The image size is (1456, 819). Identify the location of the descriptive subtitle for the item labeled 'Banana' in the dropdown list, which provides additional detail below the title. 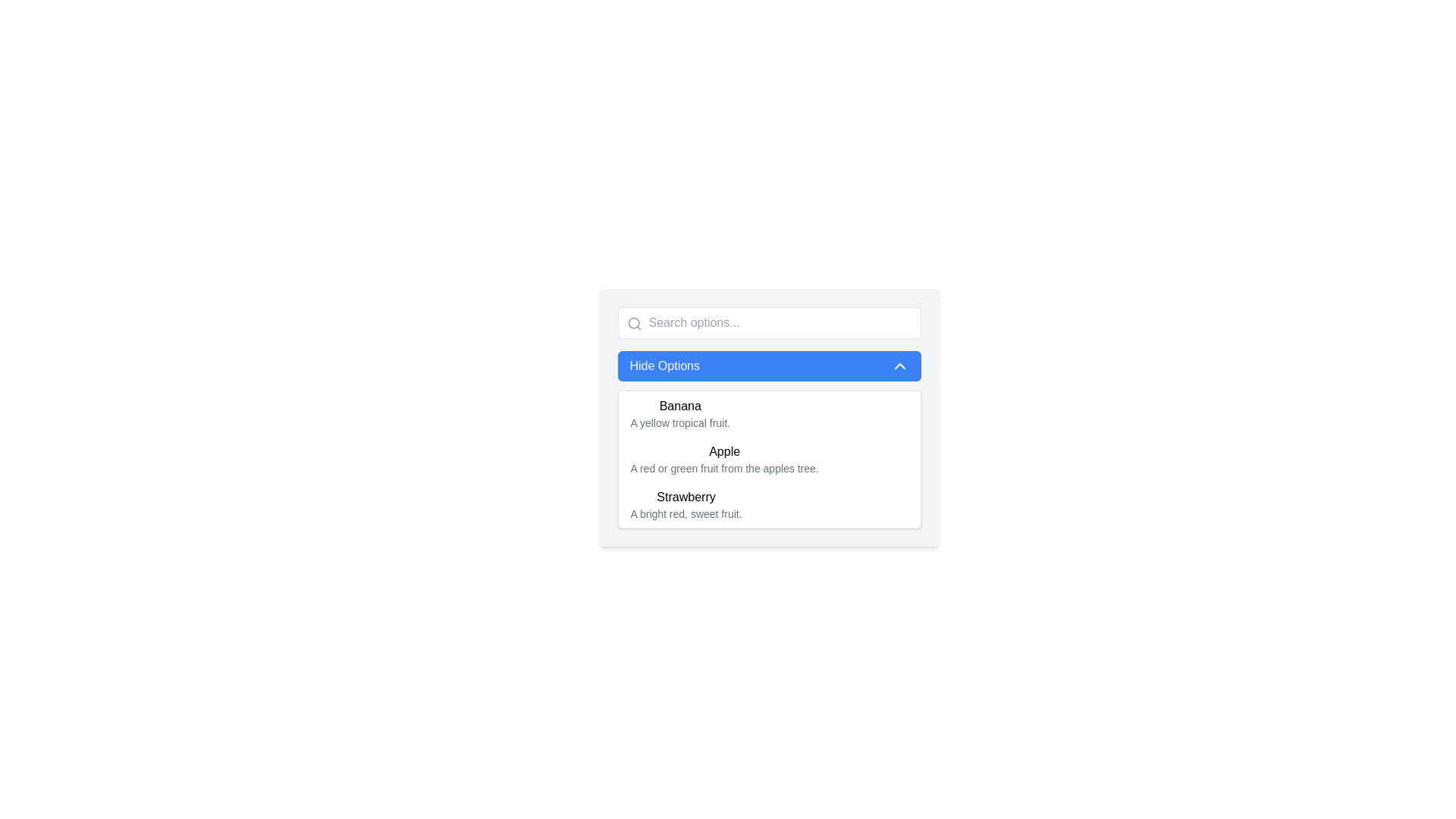
(679, 423).